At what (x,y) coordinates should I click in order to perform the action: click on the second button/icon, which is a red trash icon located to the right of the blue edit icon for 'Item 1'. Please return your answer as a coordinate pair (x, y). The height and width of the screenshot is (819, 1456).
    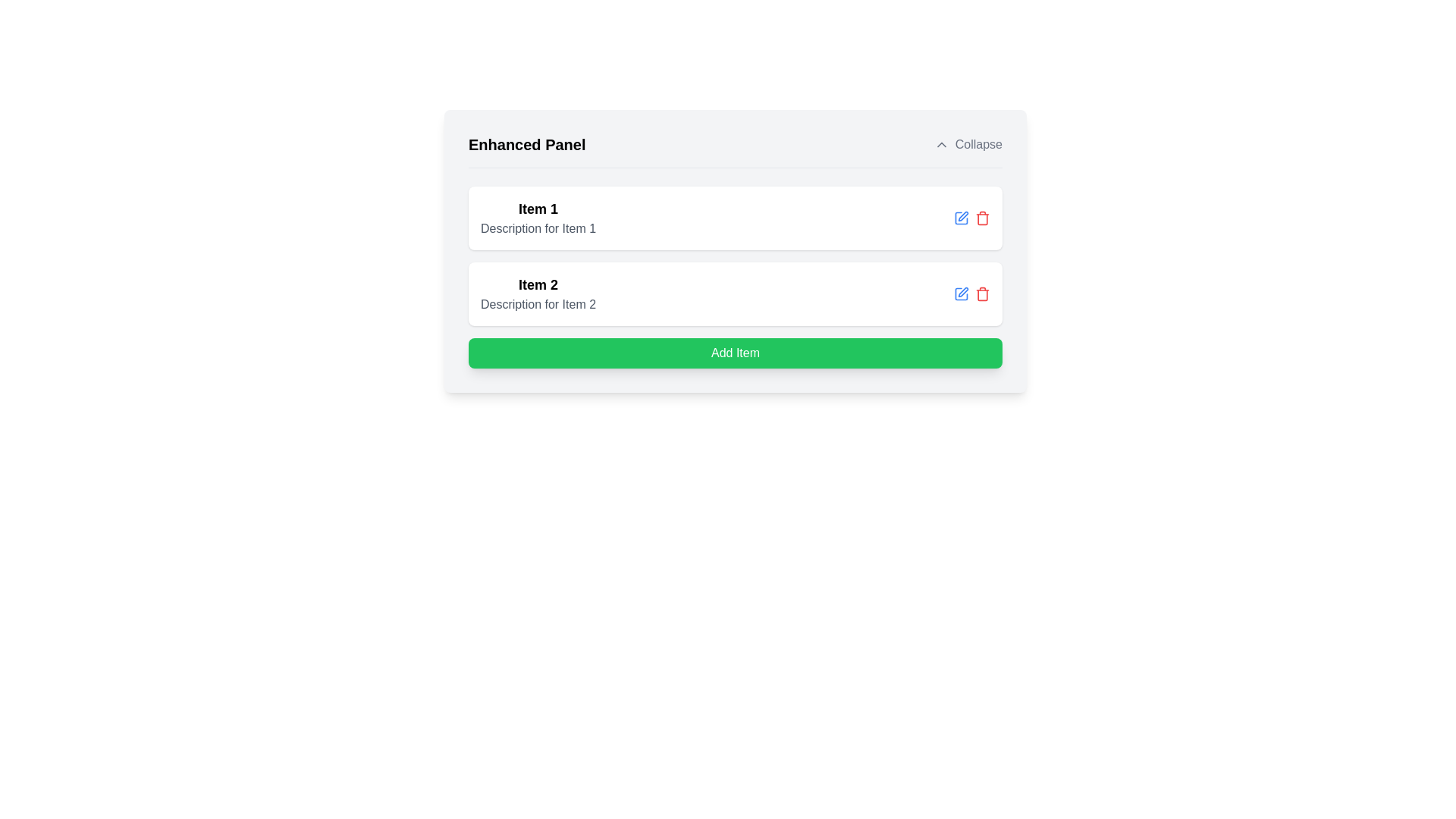
    Looking at the image, I should click on (983, 218).